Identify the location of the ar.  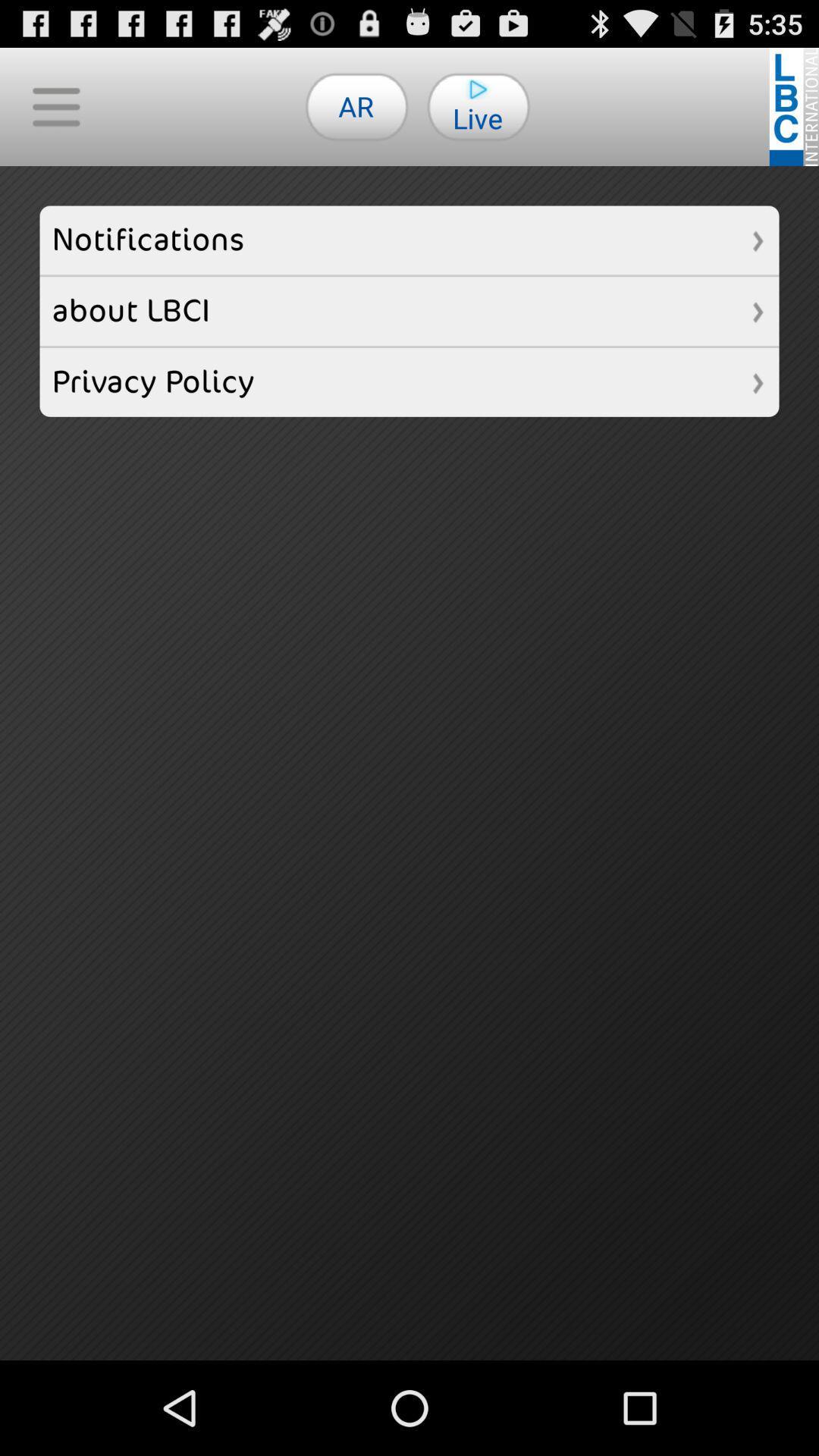
(356, 105).